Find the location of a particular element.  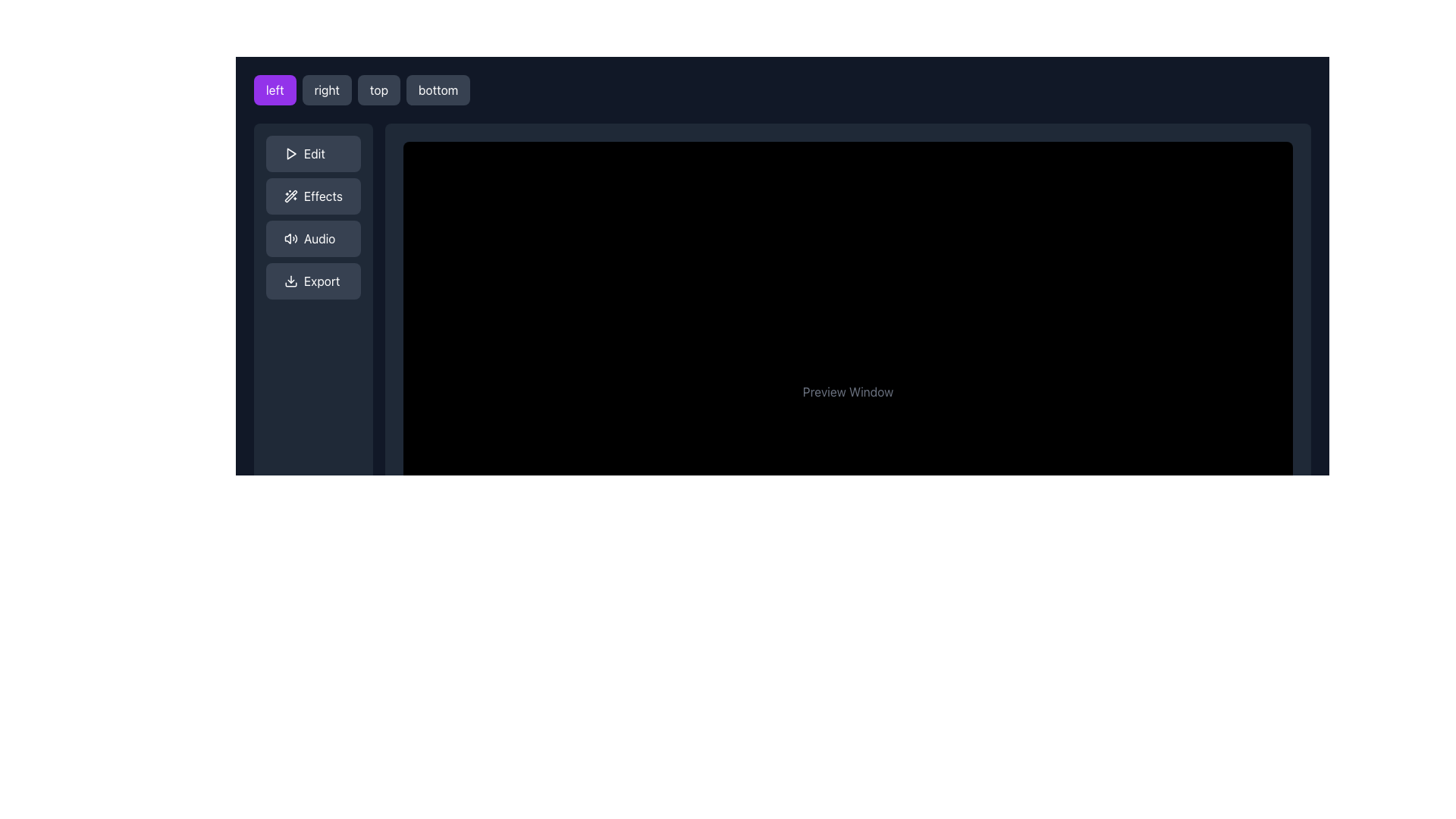

the fourth button in a horizontal group of buttons, located near the top of the interface is located at coordinates (438, 90).